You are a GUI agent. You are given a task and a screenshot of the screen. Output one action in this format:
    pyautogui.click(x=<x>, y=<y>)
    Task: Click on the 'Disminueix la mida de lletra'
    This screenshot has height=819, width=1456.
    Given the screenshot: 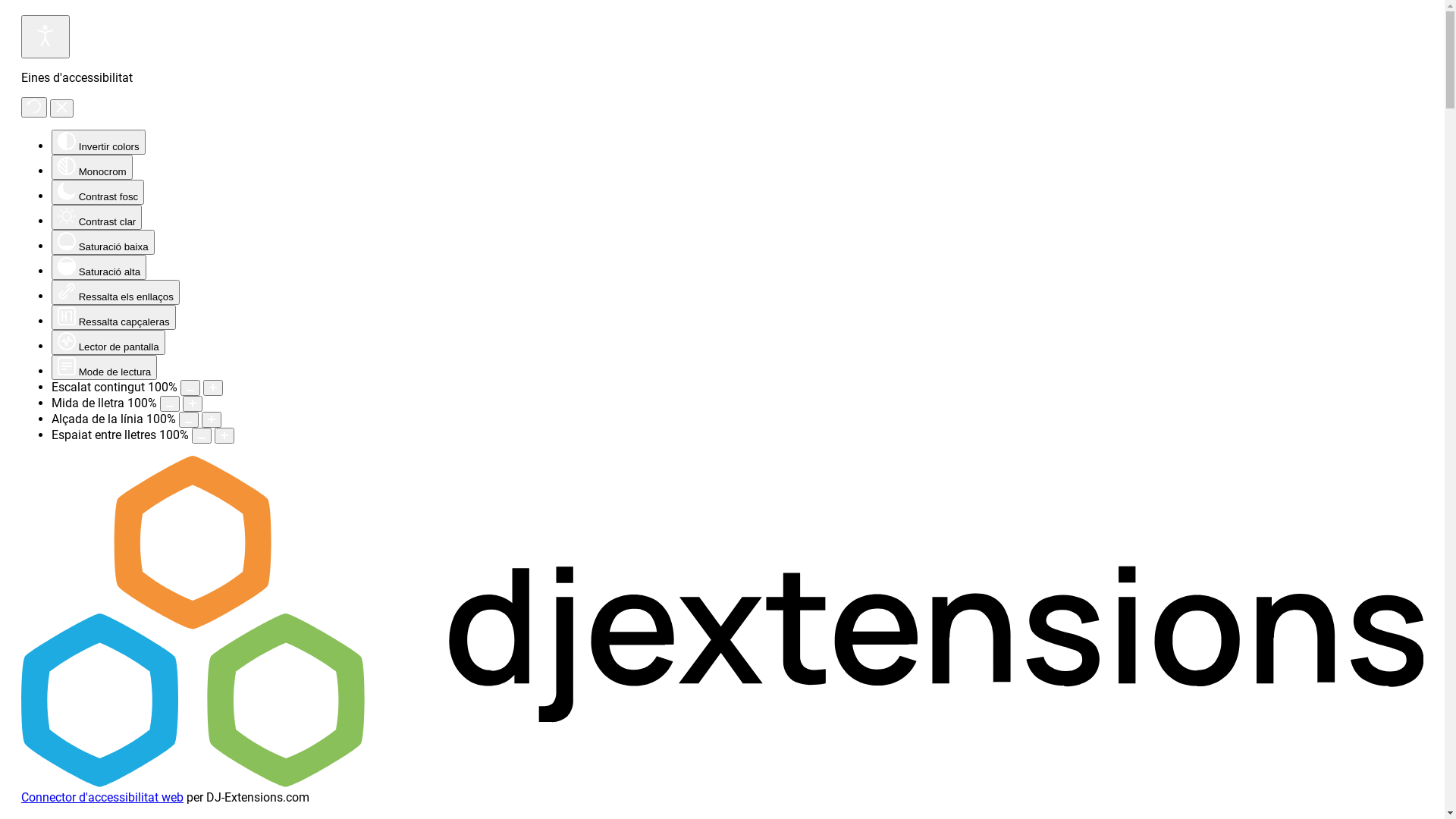 What is the action you would take?
    pyautogui.click(x=170, y=403)
    